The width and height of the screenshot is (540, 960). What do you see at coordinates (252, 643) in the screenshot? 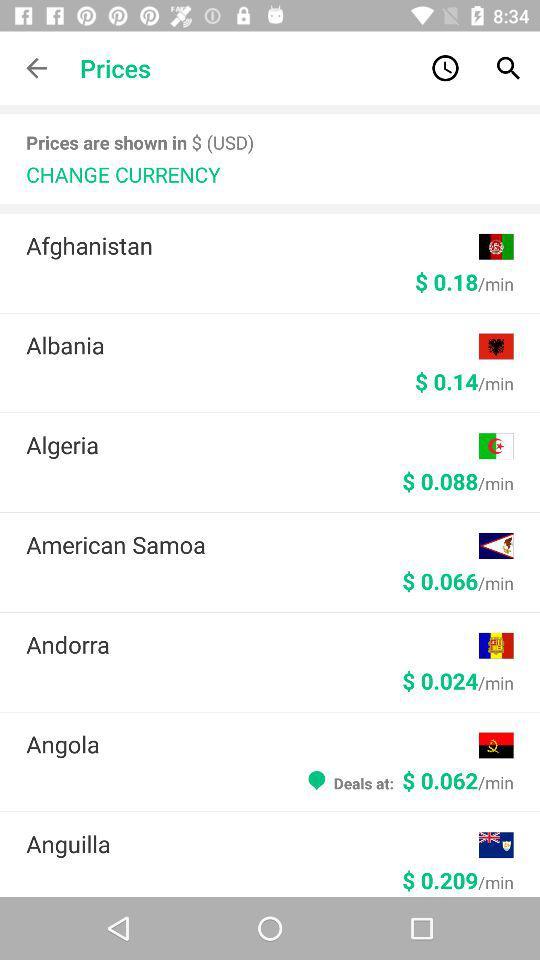
I see `the icon above $ 0.024/min` at bounding box center [252, 643].